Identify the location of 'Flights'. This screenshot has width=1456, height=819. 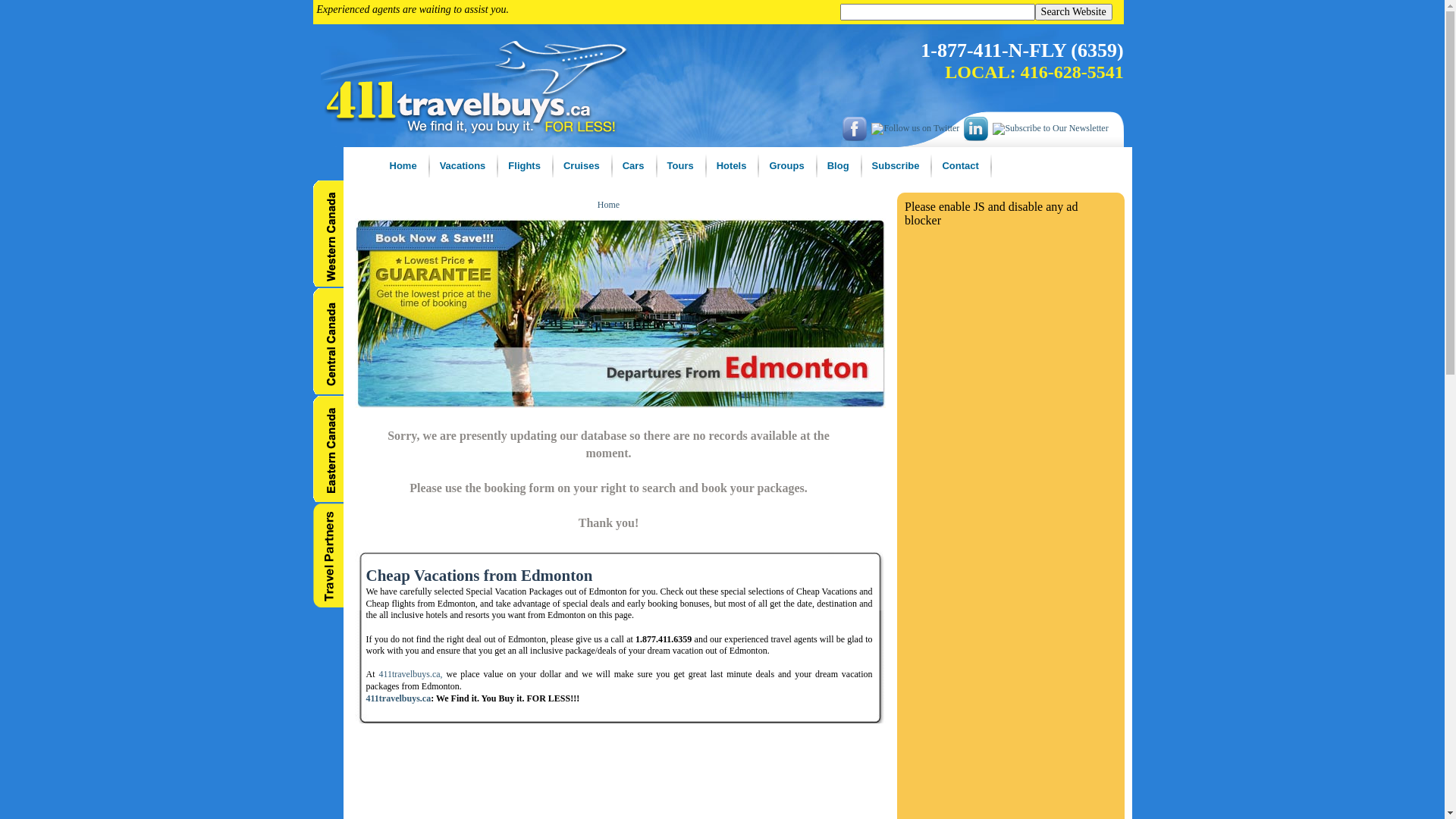
(525, 166).